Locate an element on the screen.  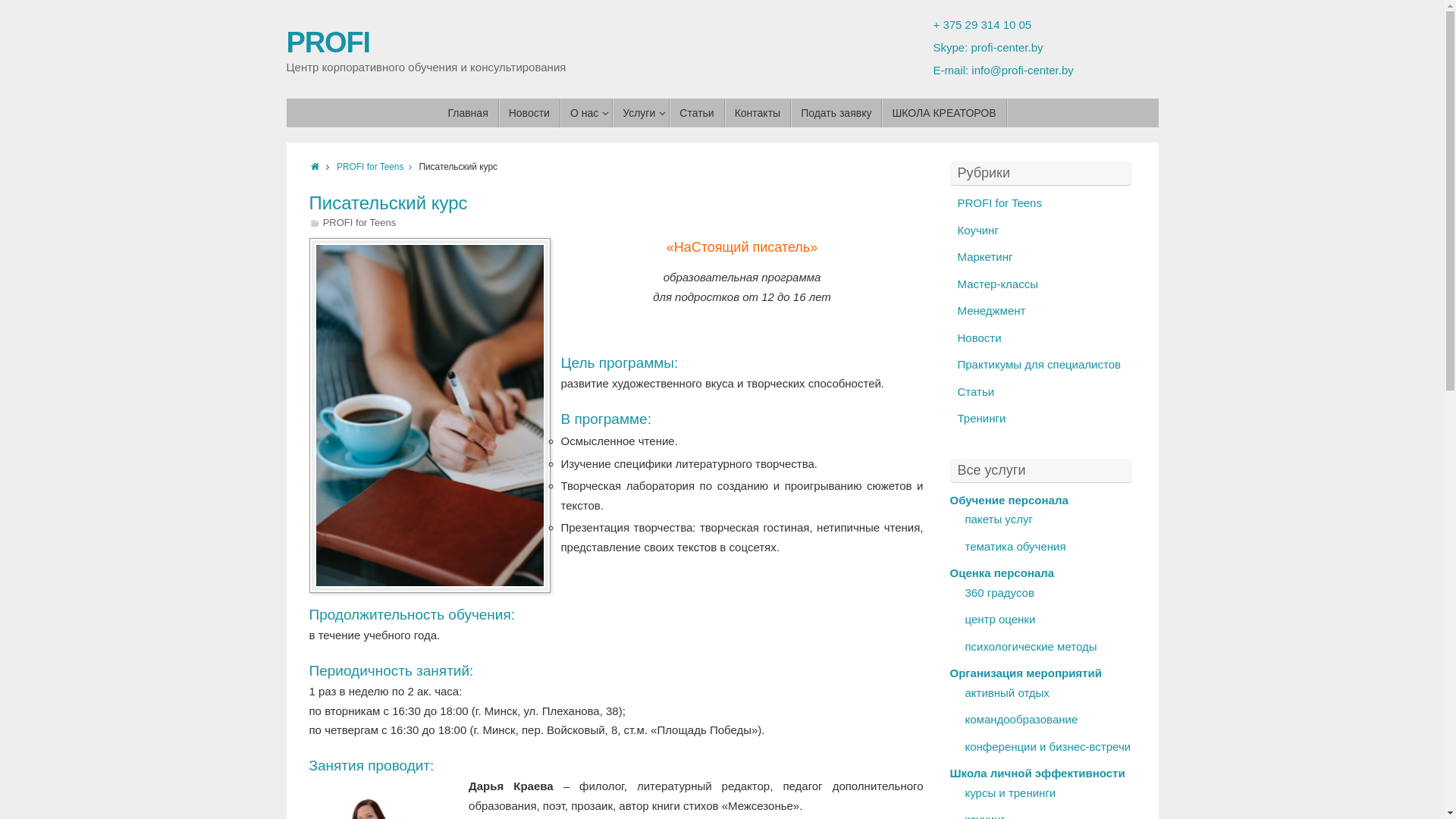
'PROFI' is located at coordinates (287, 42).